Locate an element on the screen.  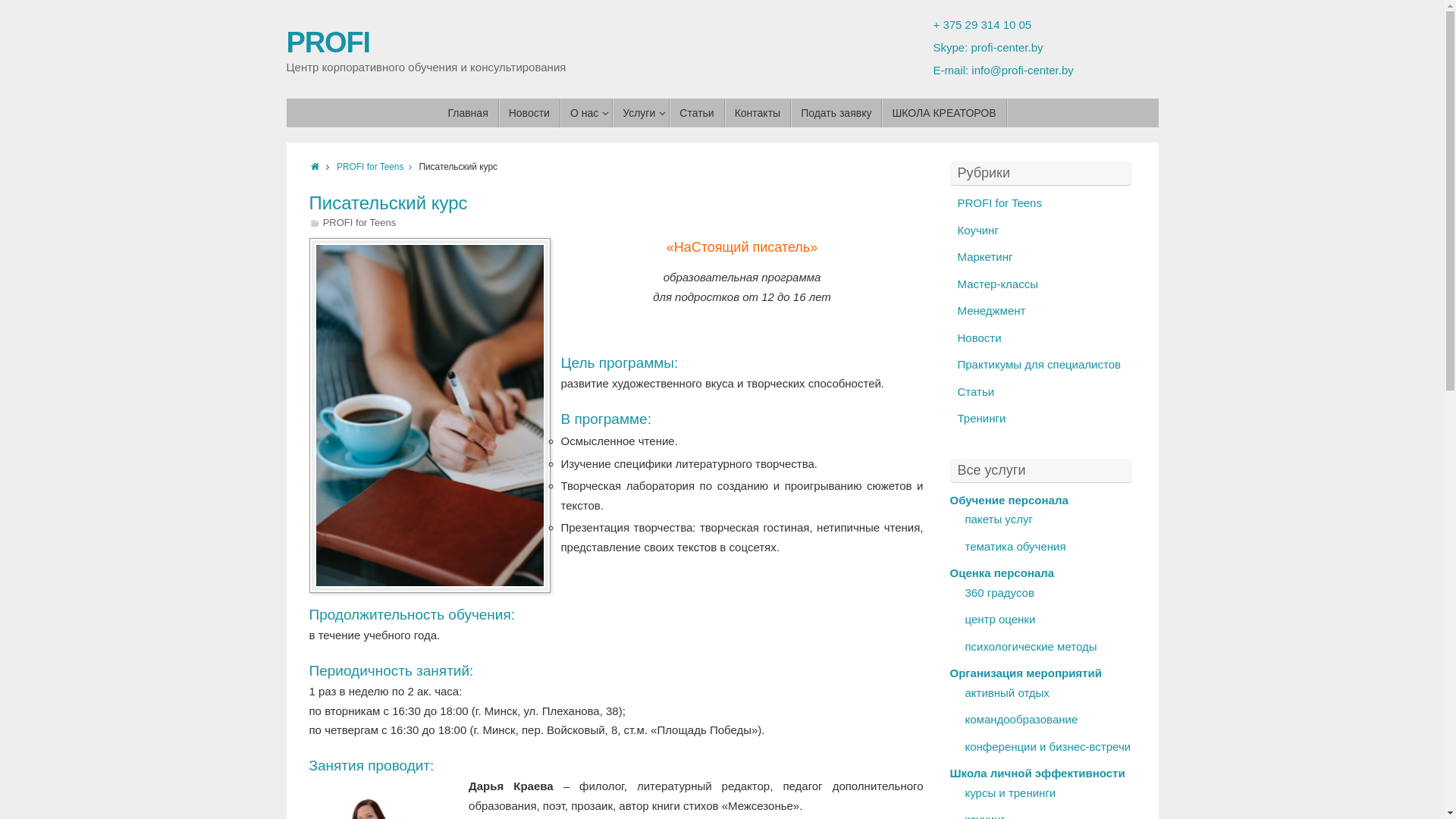
'PROFI' is located at coordinates (287, 42).